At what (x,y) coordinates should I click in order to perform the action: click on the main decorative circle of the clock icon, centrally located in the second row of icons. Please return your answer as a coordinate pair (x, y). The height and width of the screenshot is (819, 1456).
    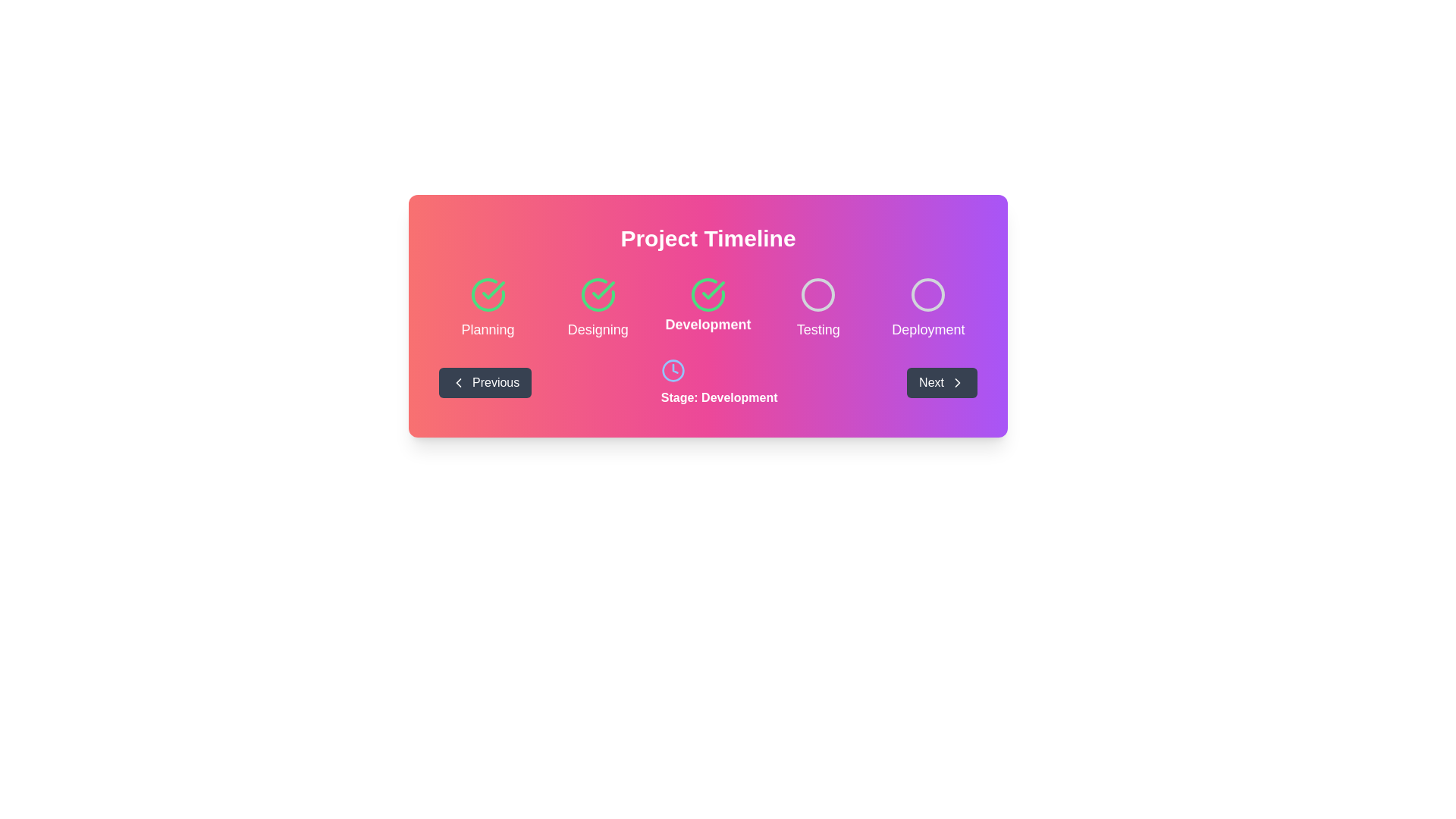
    Looking at the image, I should click on (672, 371).